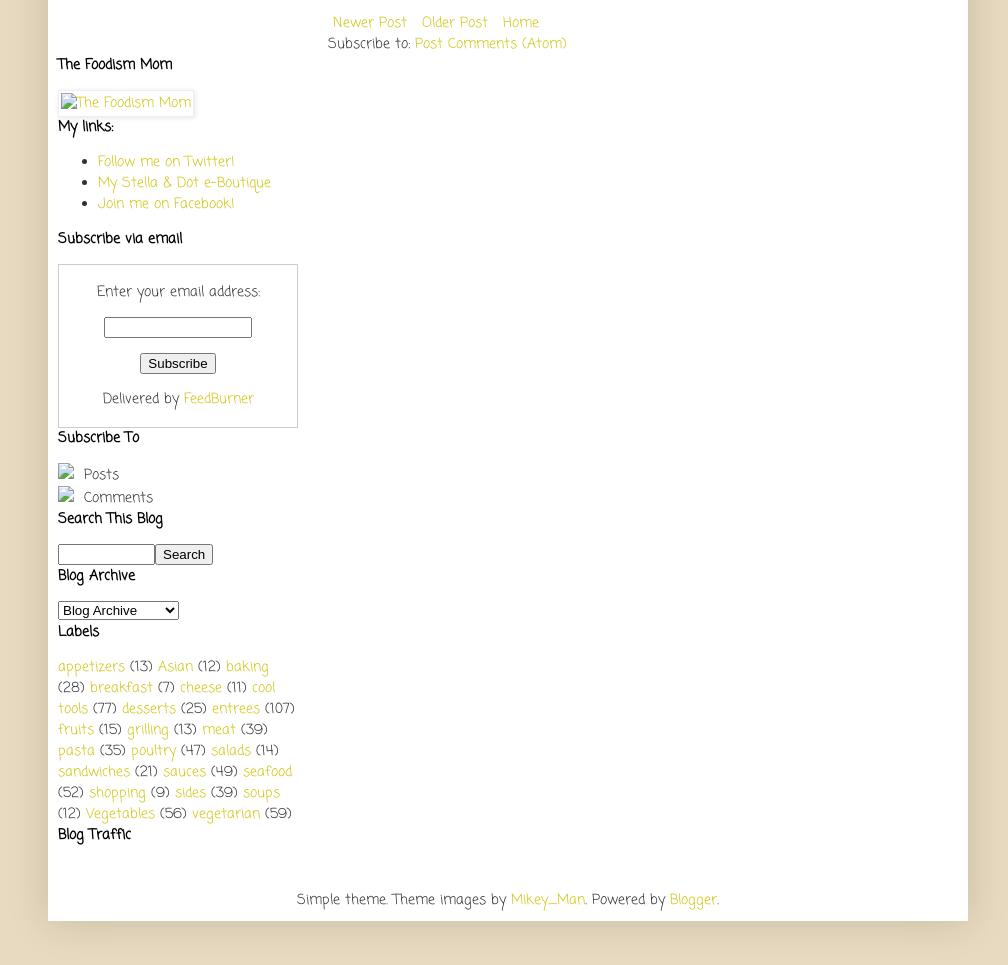  I want to click on 'Blog Archive', so click(96, 575).